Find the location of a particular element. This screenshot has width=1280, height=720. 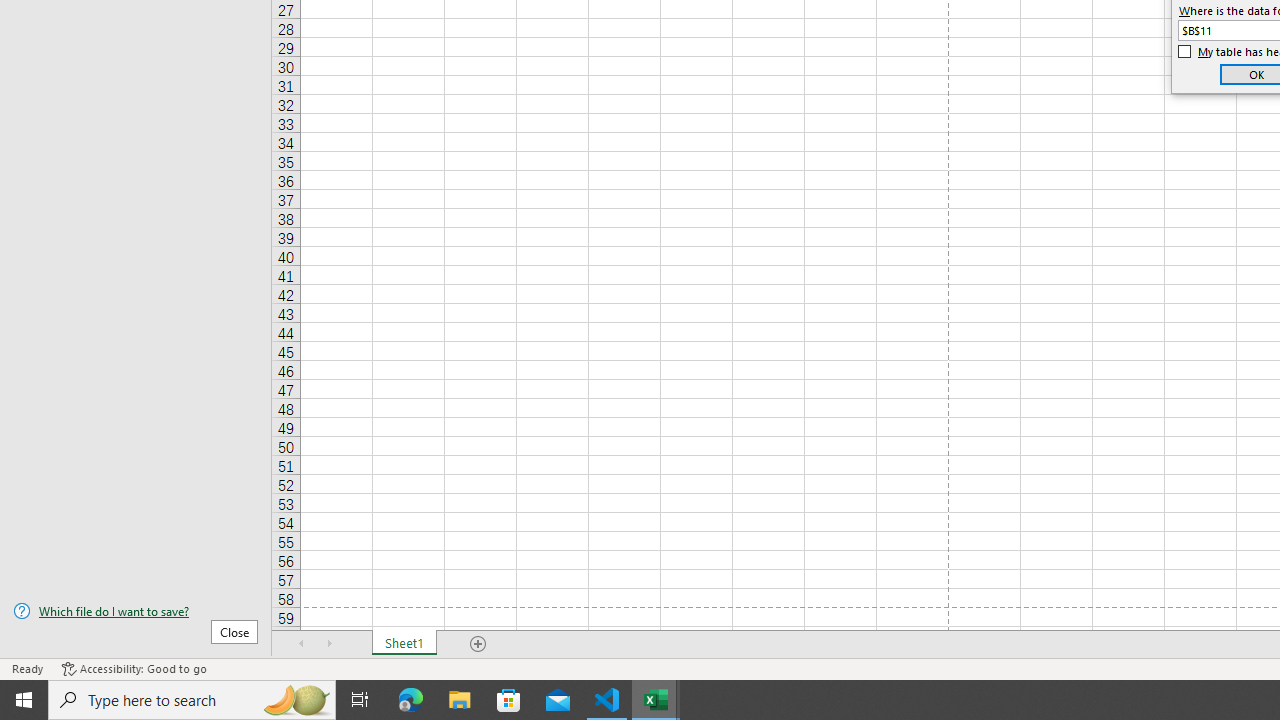

'Accessibility Checker Accessibility: Good to go' is located at coordinates (133, 669).